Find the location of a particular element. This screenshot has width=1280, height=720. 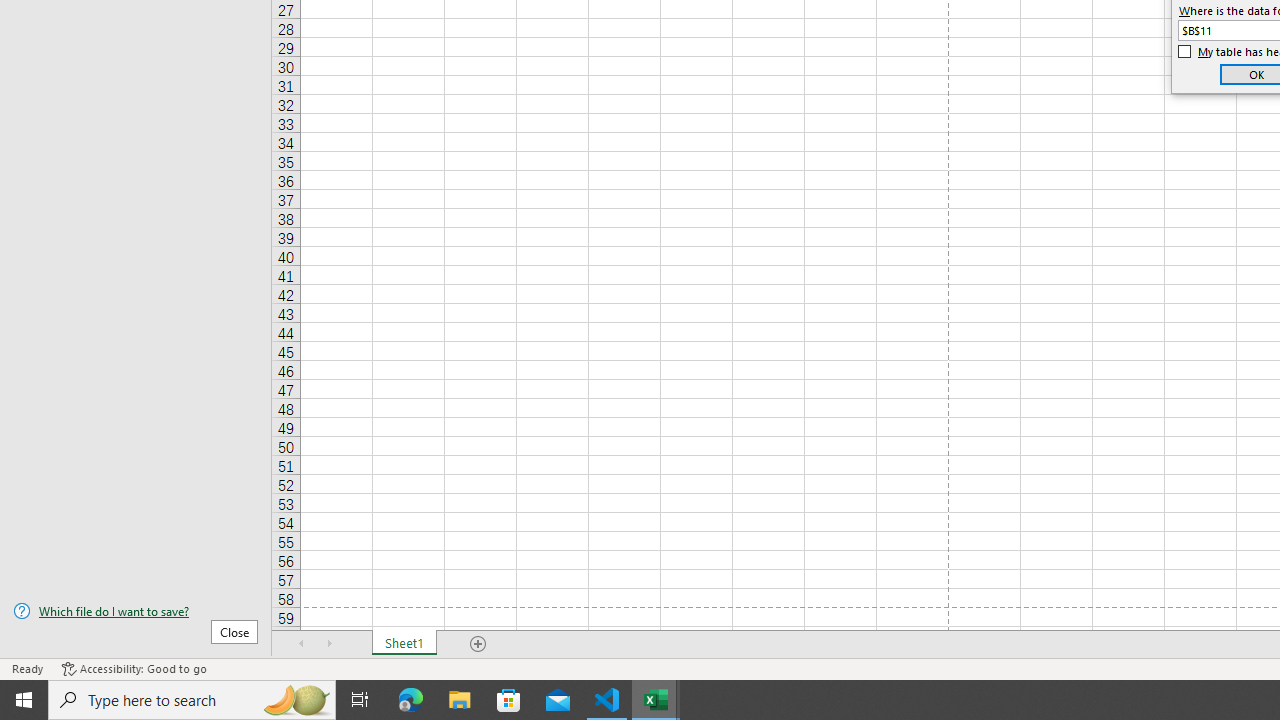

'Accessibility Checker Accessibility: Good to go' is located at coordinates (133, 669).